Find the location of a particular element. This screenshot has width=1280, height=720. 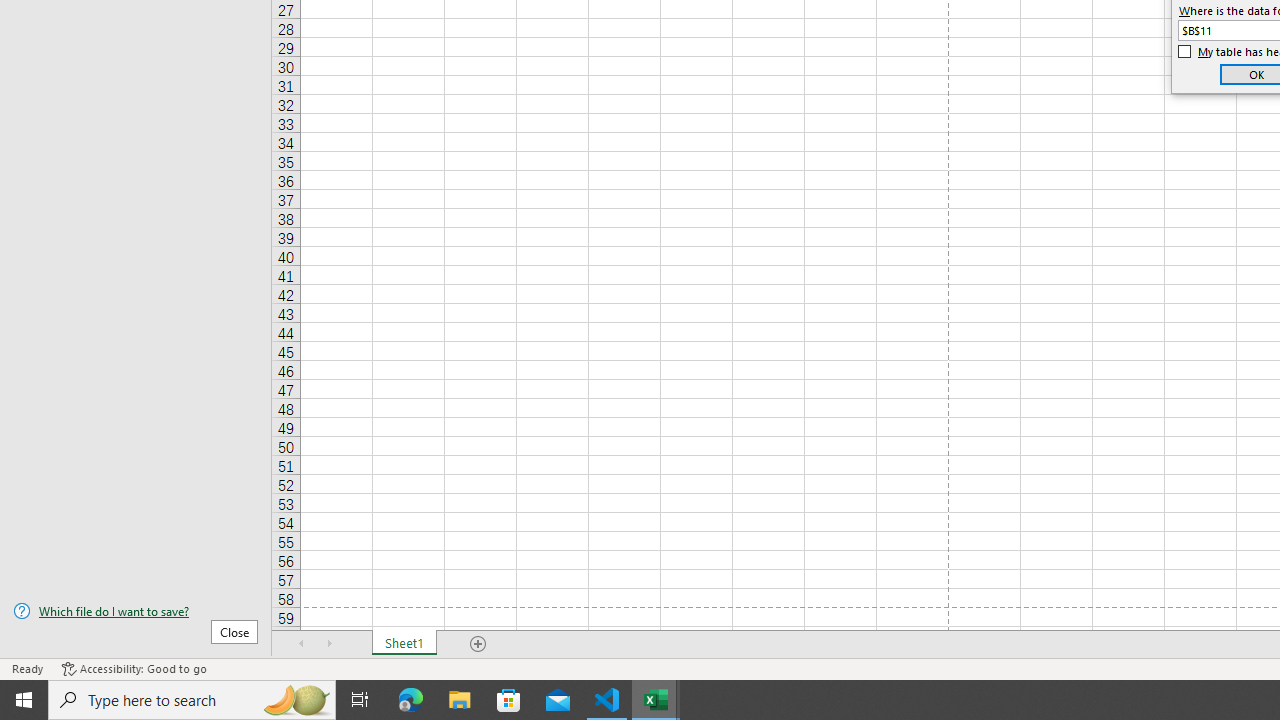

'Accessibility Checker Accessibility: Good to go' is located at coordinates (133, 669).